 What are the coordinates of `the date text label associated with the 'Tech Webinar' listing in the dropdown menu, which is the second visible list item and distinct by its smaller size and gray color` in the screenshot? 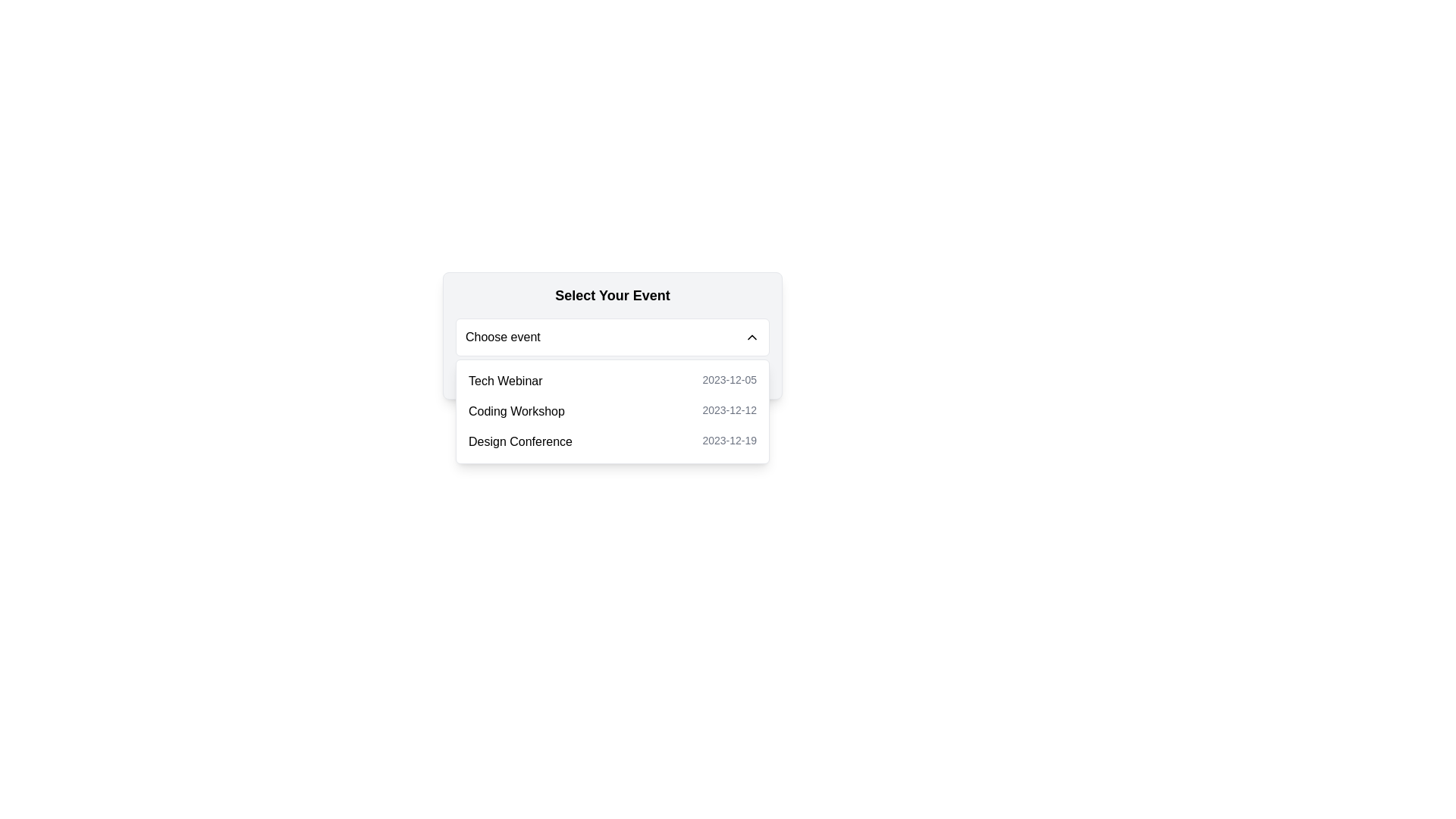 It's located at (730, 380).